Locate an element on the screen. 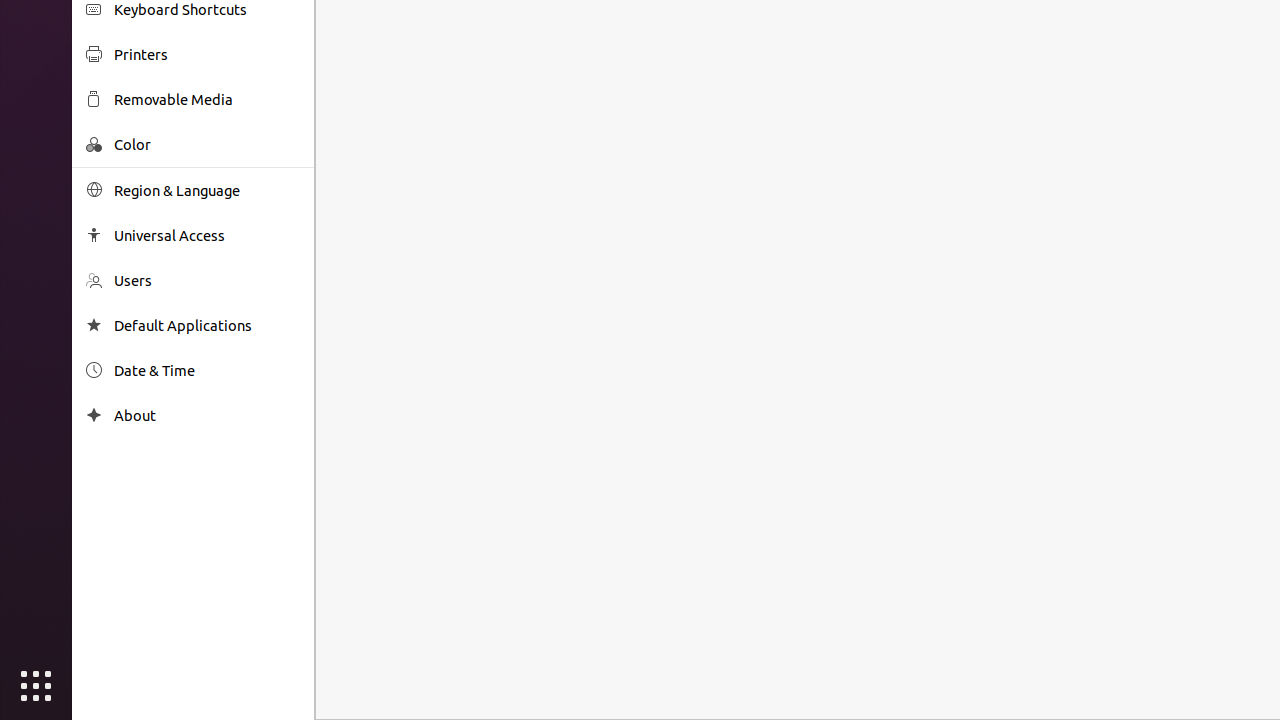  'Printers' is located at coordinates (206, 53).